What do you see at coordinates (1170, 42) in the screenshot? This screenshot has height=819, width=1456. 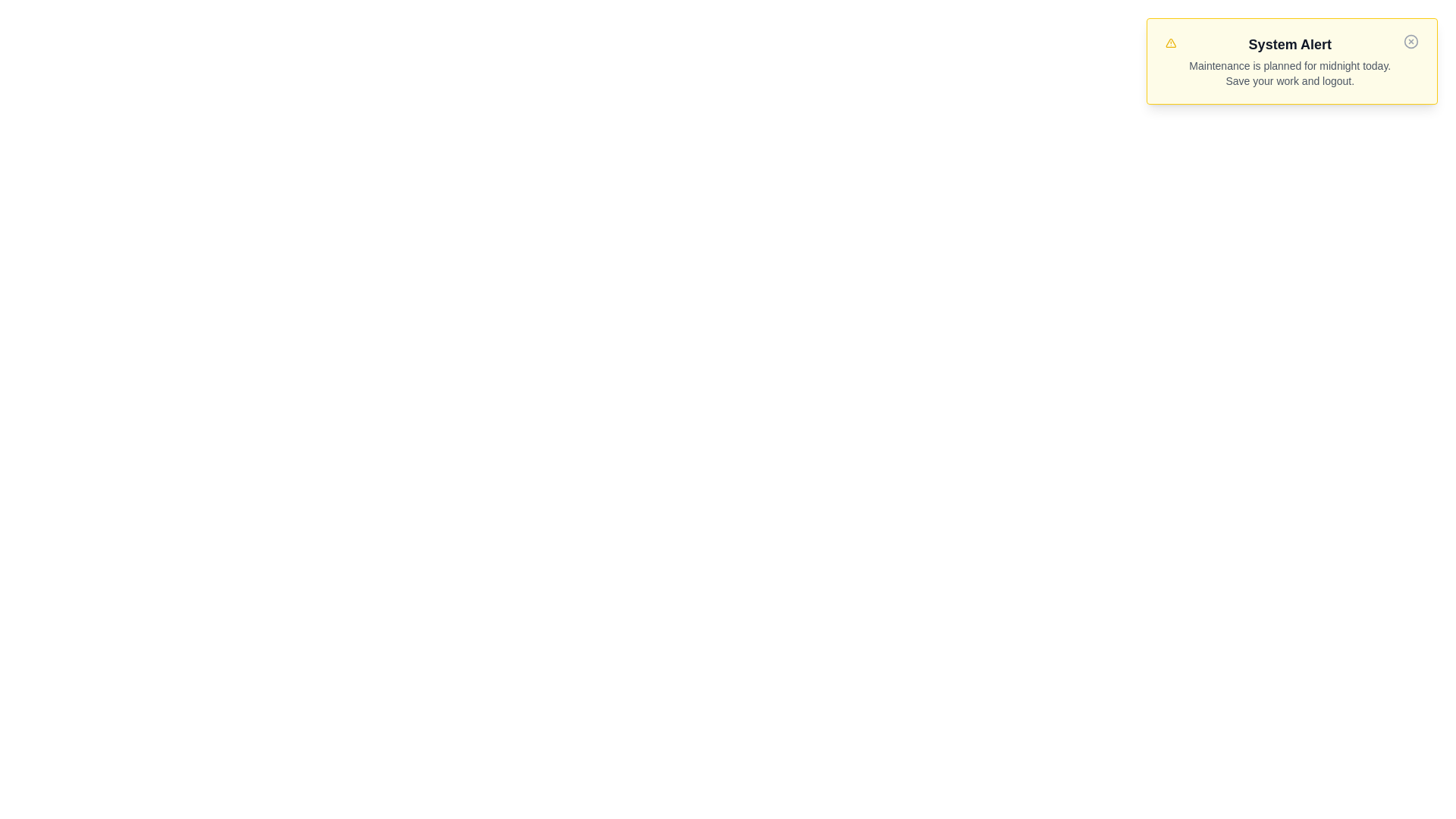 I see `the alert icon to acknowledge the alert` at bounding box center [1170, 42].